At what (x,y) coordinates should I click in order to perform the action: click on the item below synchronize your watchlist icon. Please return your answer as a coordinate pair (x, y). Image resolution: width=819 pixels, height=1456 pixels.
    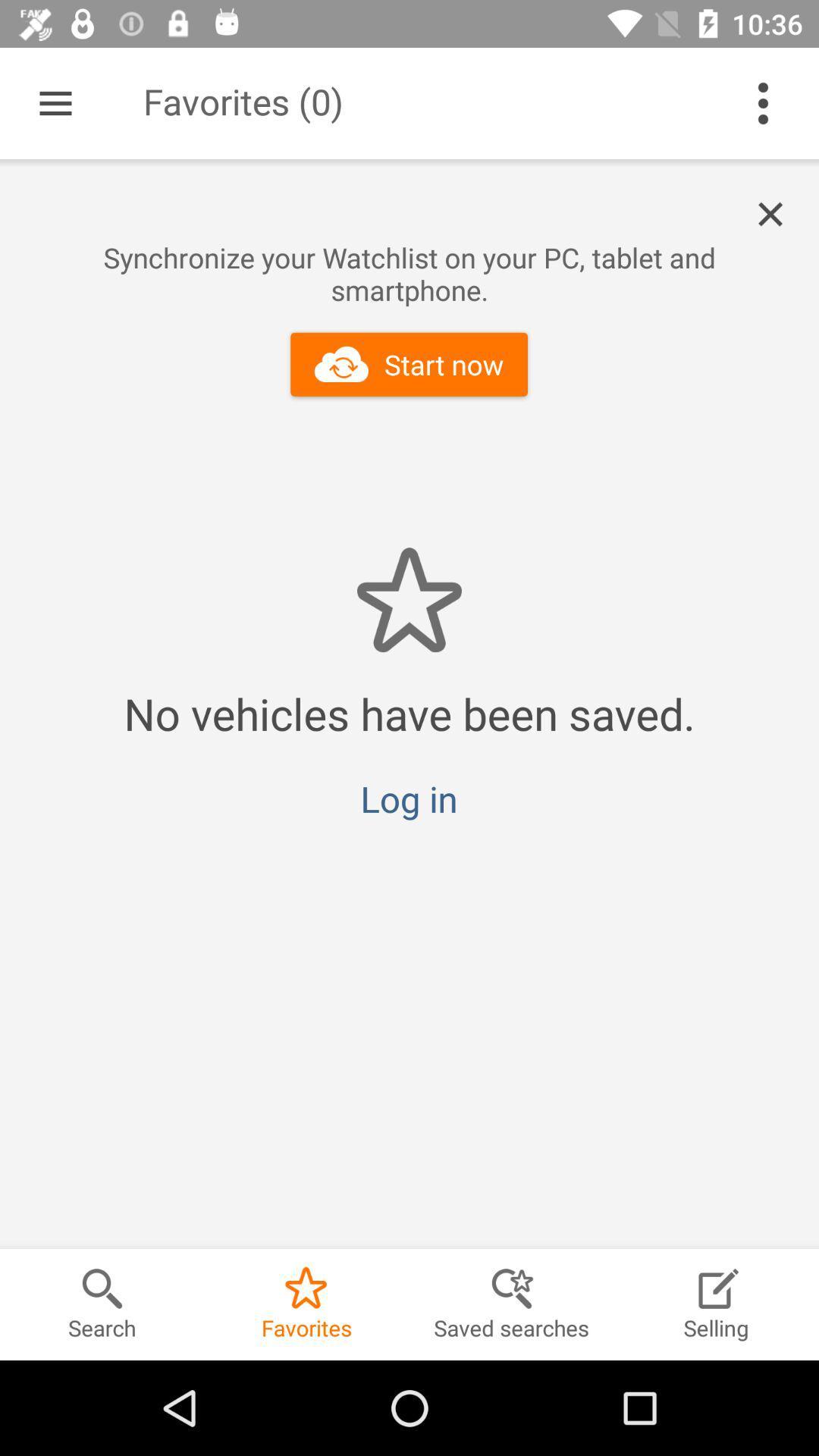
    Looking at the image, I should click on (408, 364).